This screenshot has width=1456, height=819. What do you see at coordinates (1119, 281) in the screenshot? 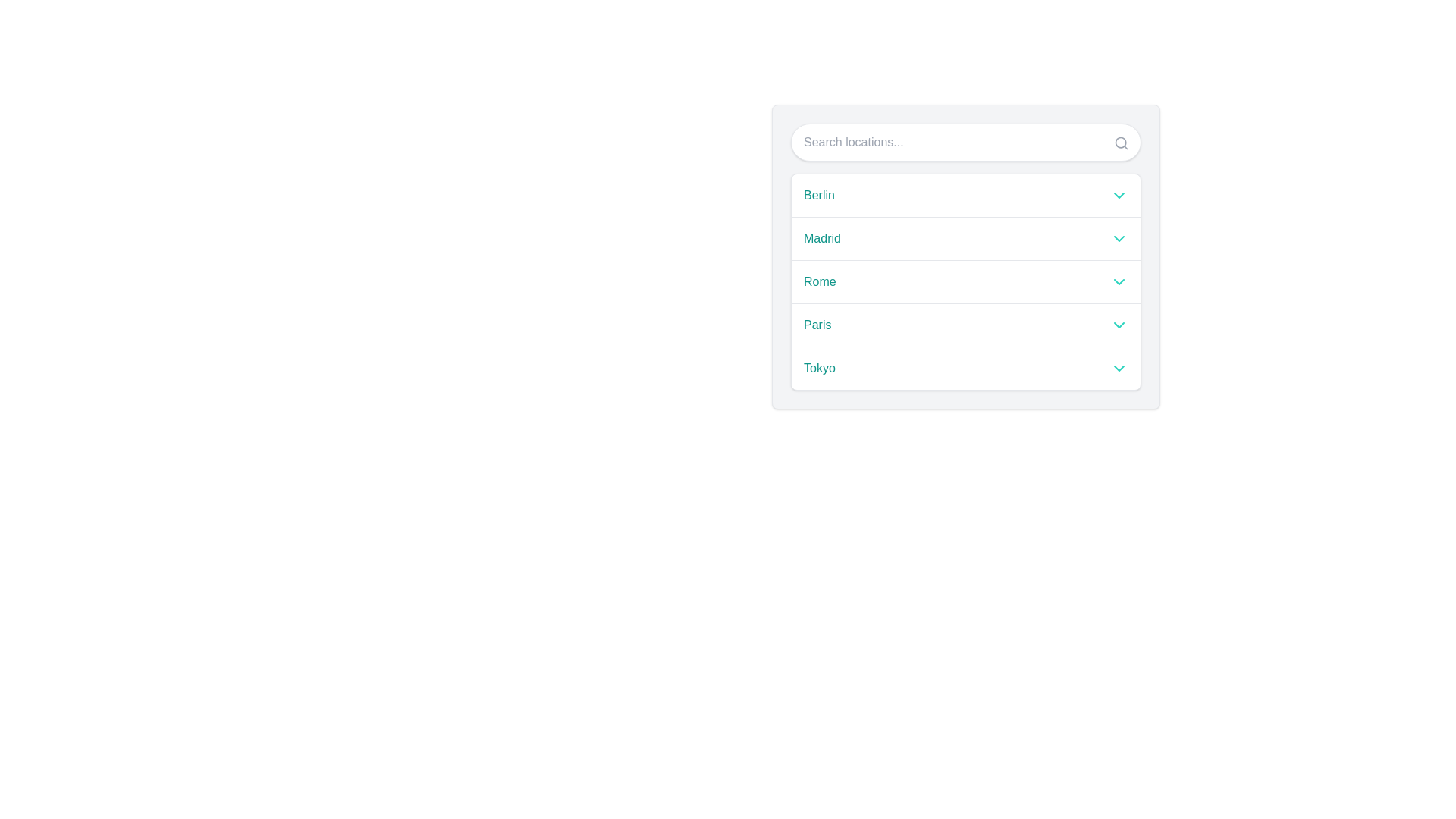
I see `the teal downward-pointing chevron icon located to the right of the text 'Rome'` at bounding box center [1119, 281].